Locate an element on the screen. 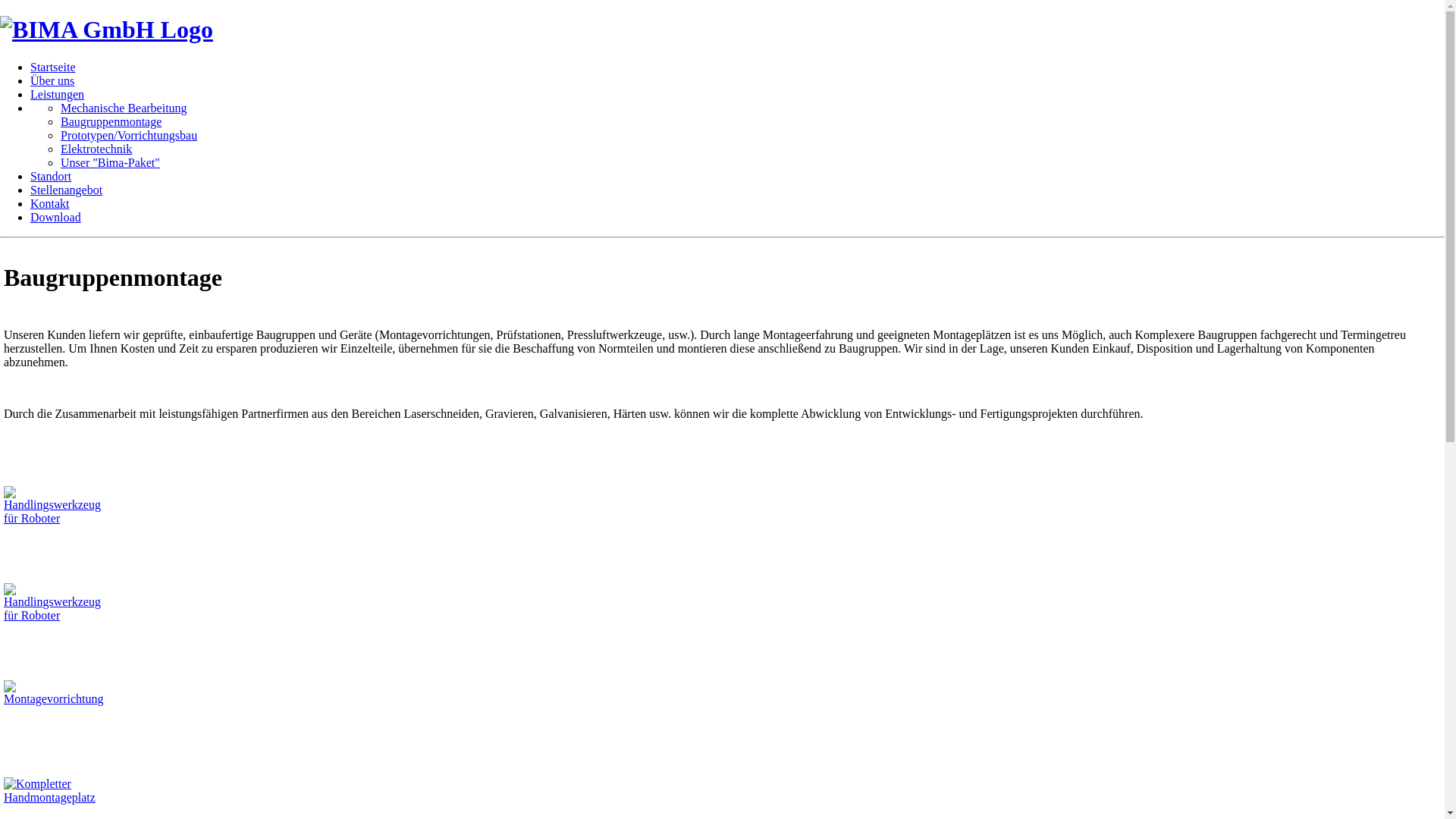 This screenshot has width=1456, height=819. 'Elektrotechnik' is located at coordinates (95, 149).